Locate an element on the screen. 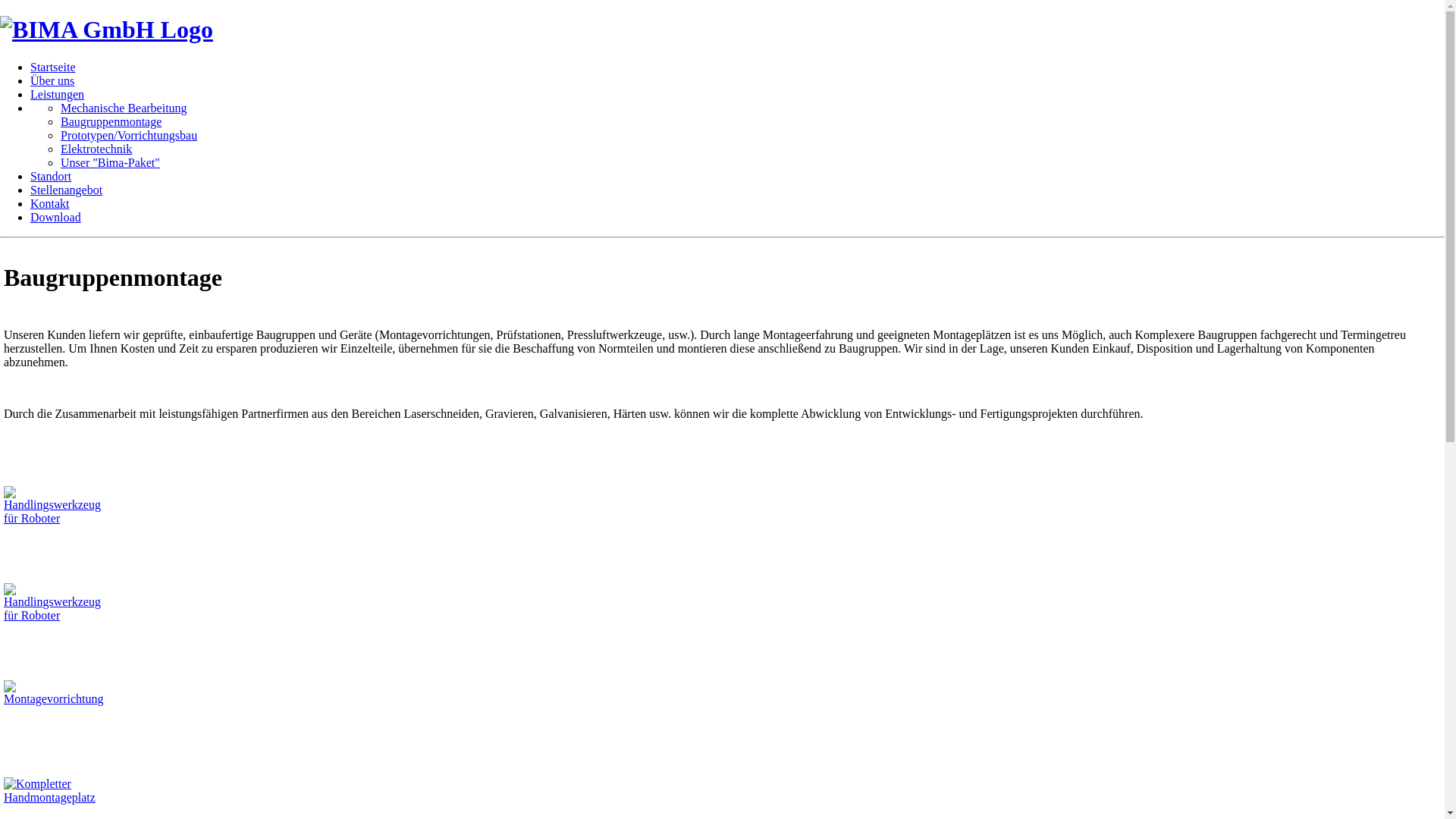 This screenshot has width=1456, height=819. 'Elektrotechnik' is located at coordinates (95, 149).